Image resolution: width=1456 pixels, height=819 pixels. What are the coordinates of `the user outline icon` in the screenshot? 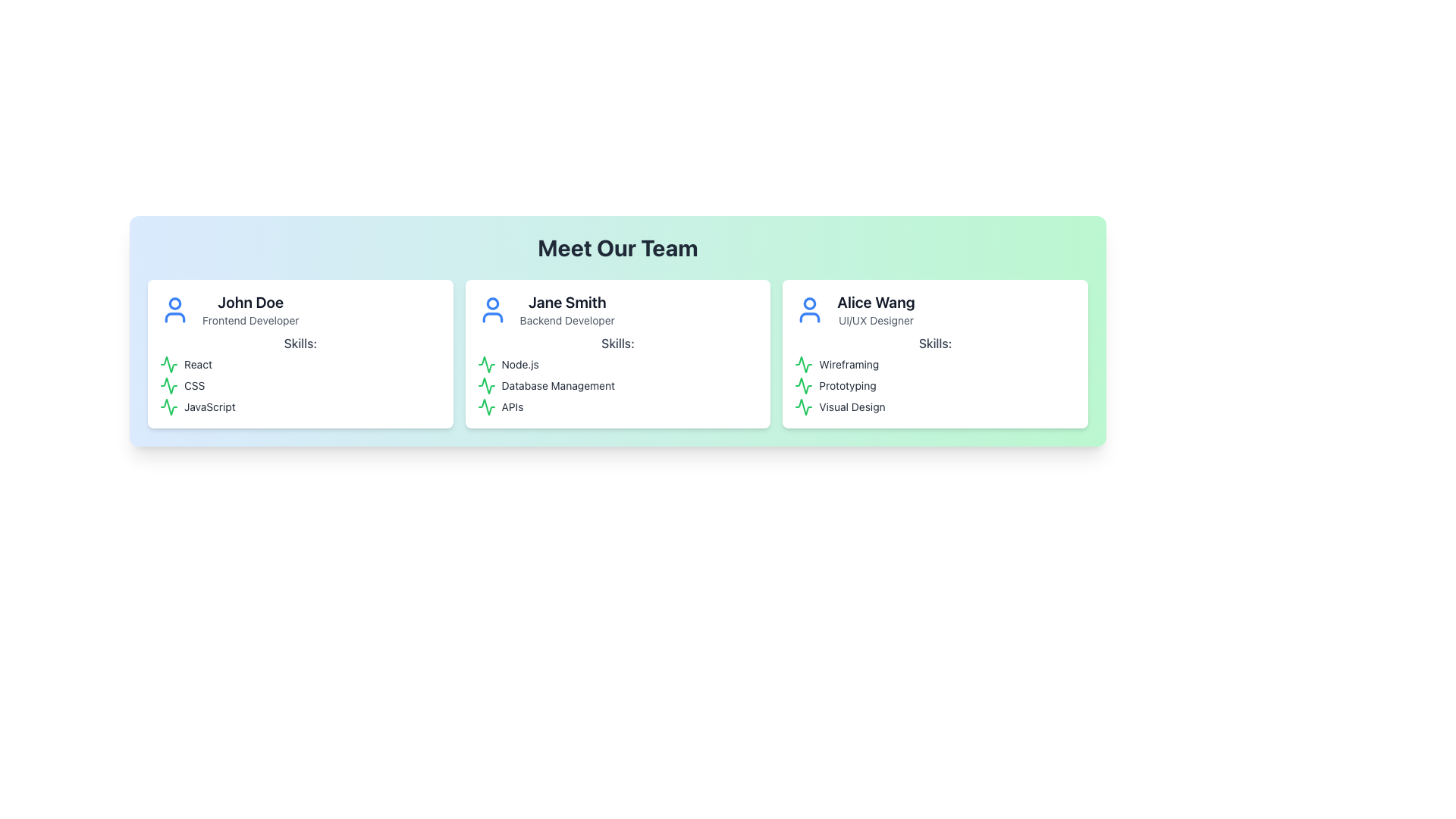 It's located at (492, 309).